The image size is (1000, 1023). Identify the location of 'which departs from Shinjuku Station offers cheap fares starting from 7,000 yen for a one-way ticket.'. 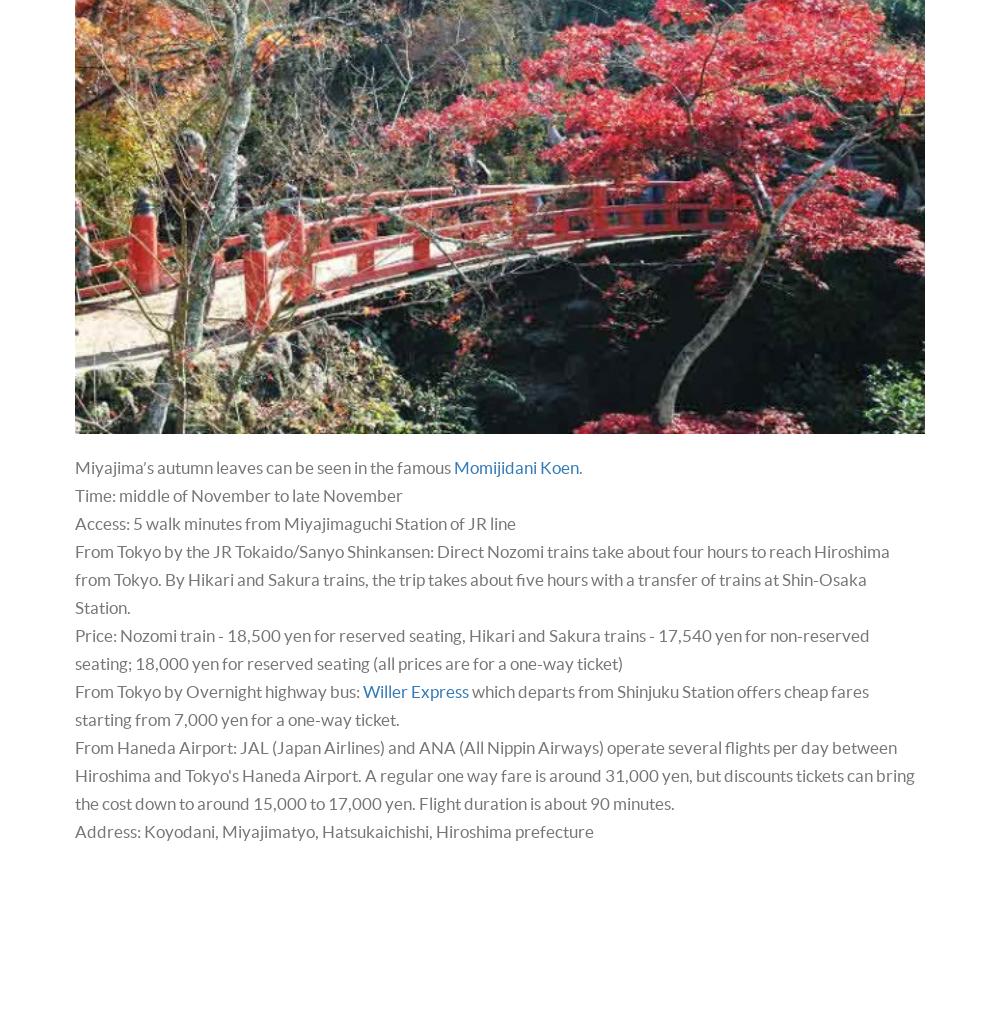
(74, 704).